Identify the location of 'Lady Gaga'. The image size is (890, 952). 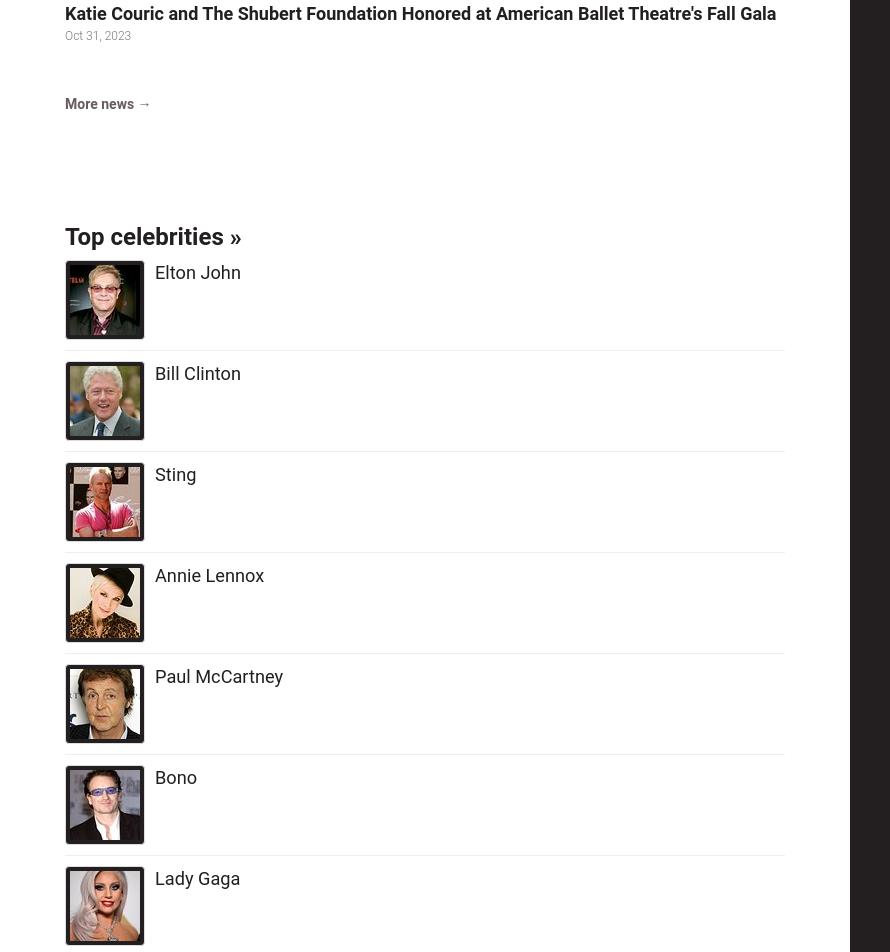
(197, 878).